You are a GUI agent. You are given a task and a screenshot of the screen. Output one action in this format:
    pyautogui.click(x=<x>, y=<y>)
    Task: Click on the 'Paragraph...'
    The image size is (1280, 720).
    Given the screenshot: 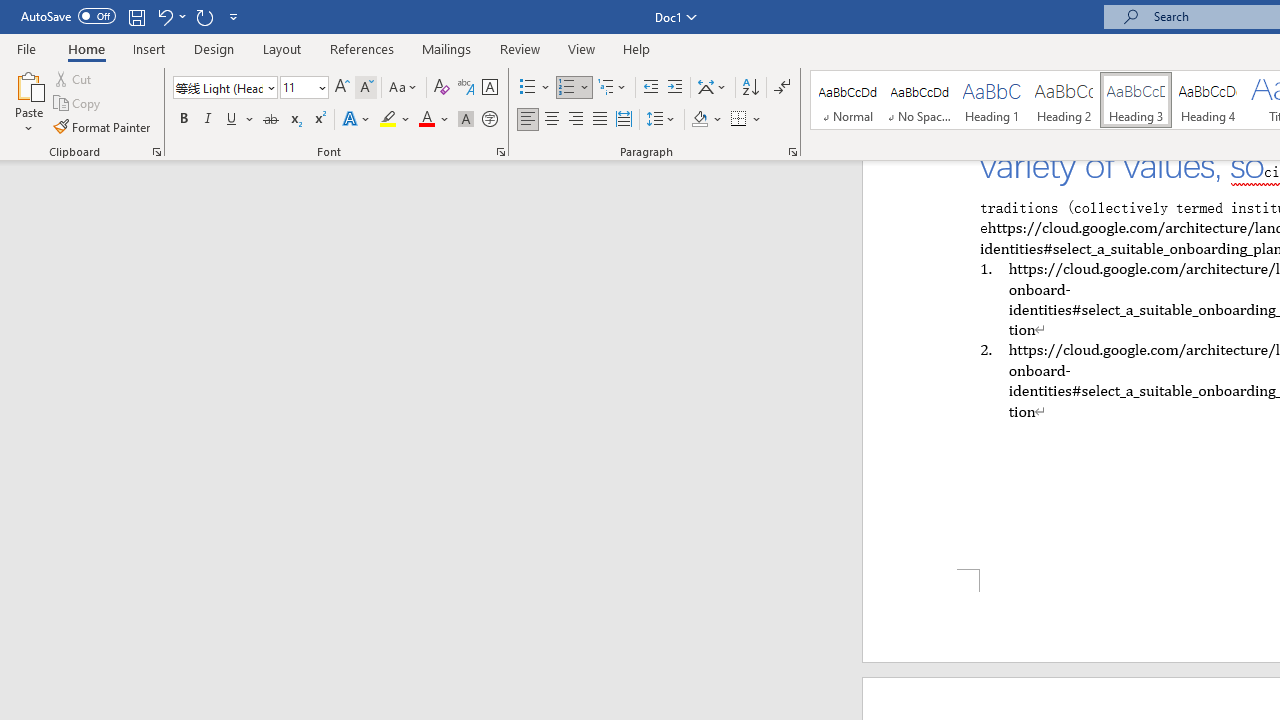 What is the action you would take?
    pyautogui.click(x=791, y=150)
    